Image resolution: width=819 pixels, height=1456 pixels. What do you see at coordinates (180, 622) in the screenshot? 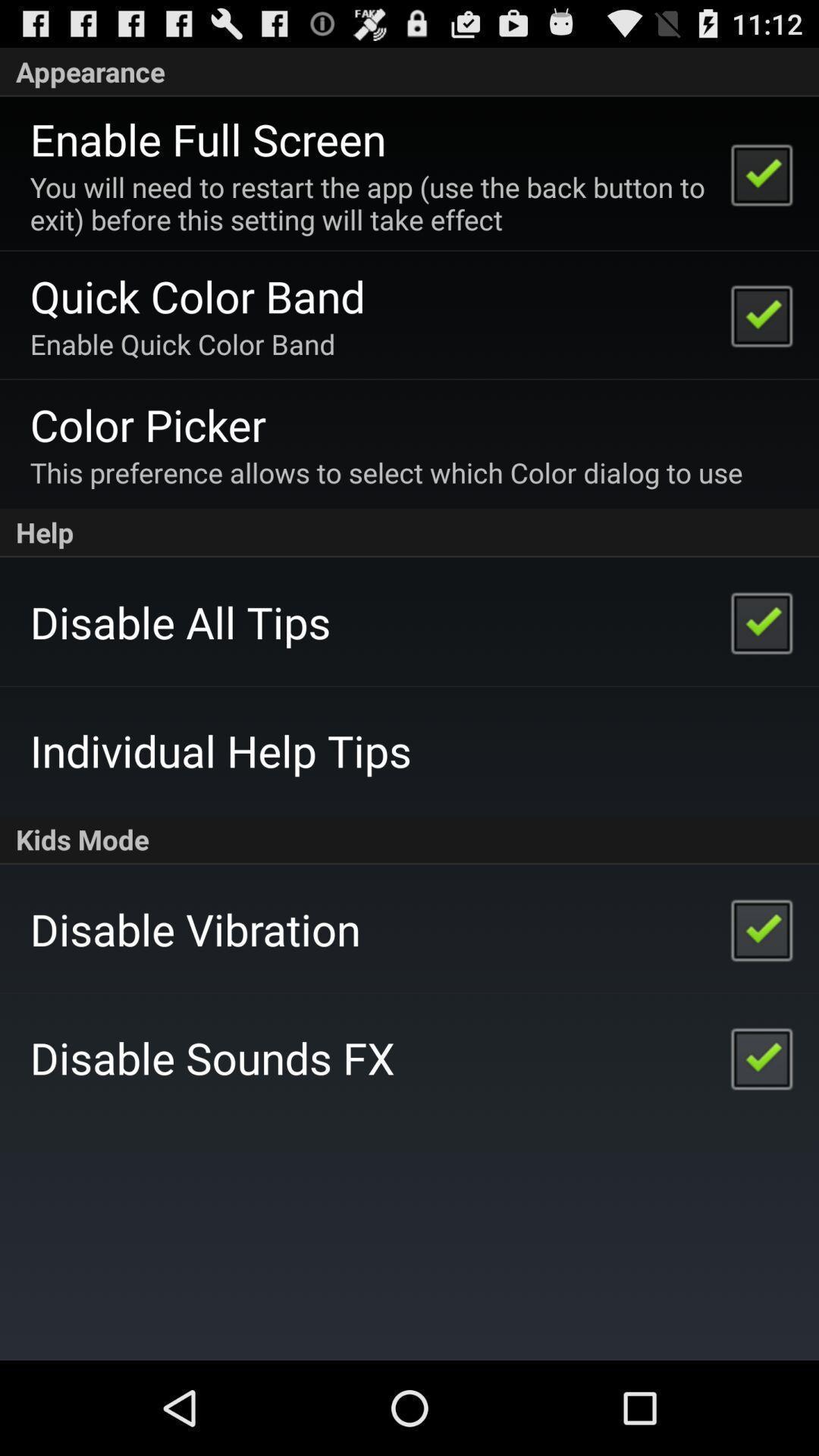
I see `icon above the individual help tips app` at bounding box center [180, 622].